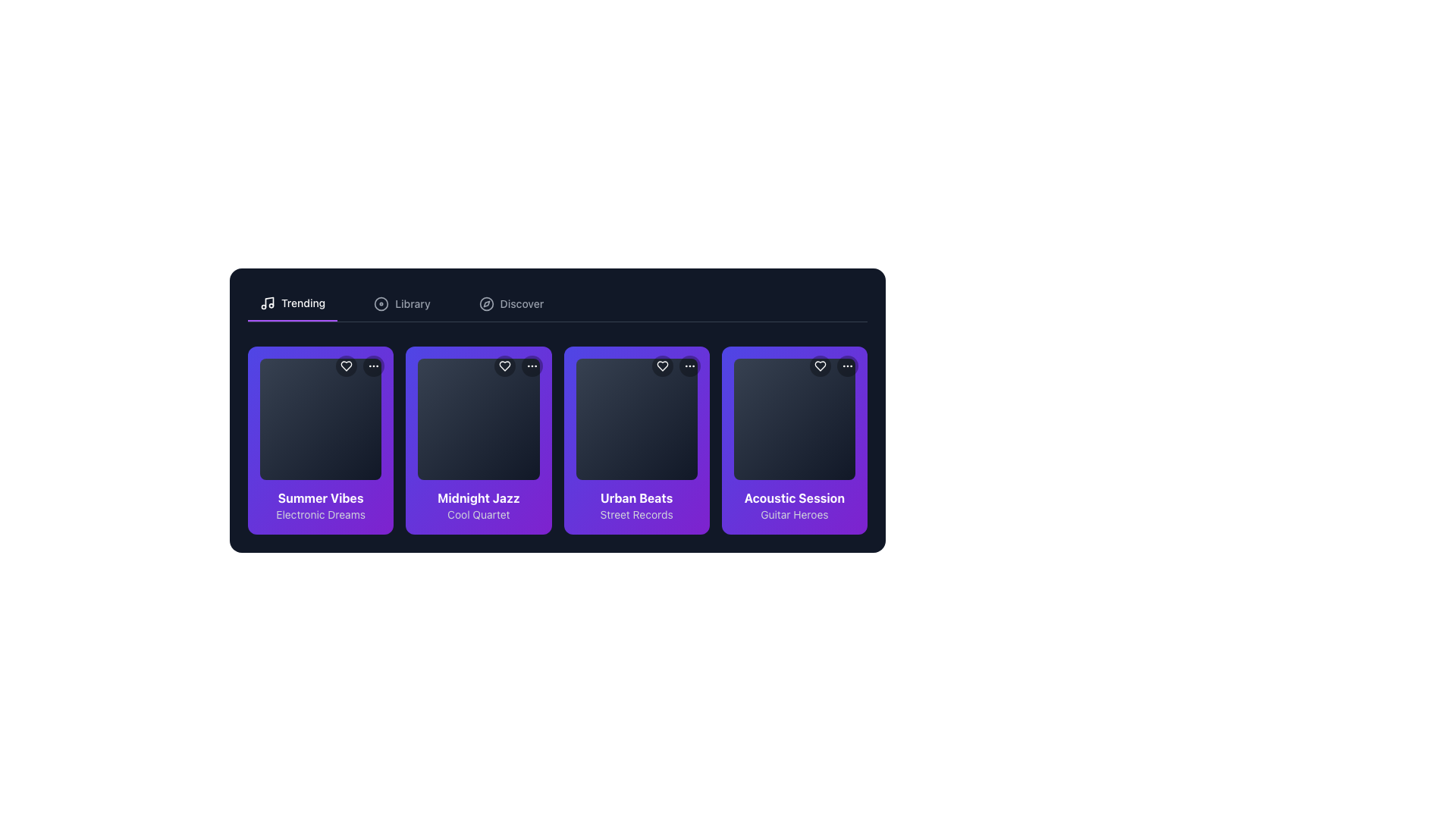  I want to click on the heart icon in the interactive icon group located in the top-right corner of the 'Acoustic Session' card to like the card's content, so click(833, 366).